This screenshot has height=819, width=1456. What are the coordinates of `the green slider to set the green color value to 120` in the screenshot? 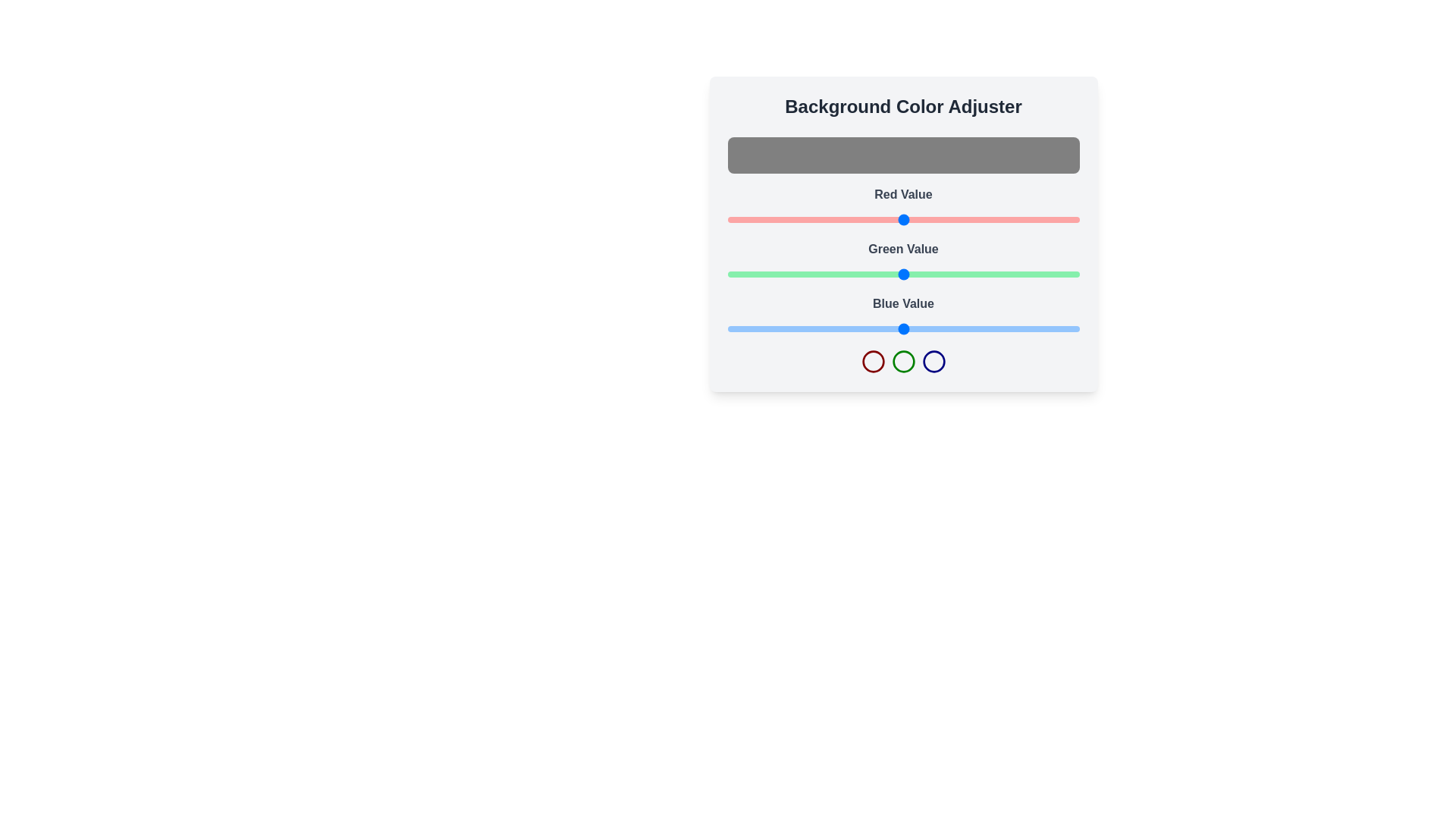 It's located at (893, 275).